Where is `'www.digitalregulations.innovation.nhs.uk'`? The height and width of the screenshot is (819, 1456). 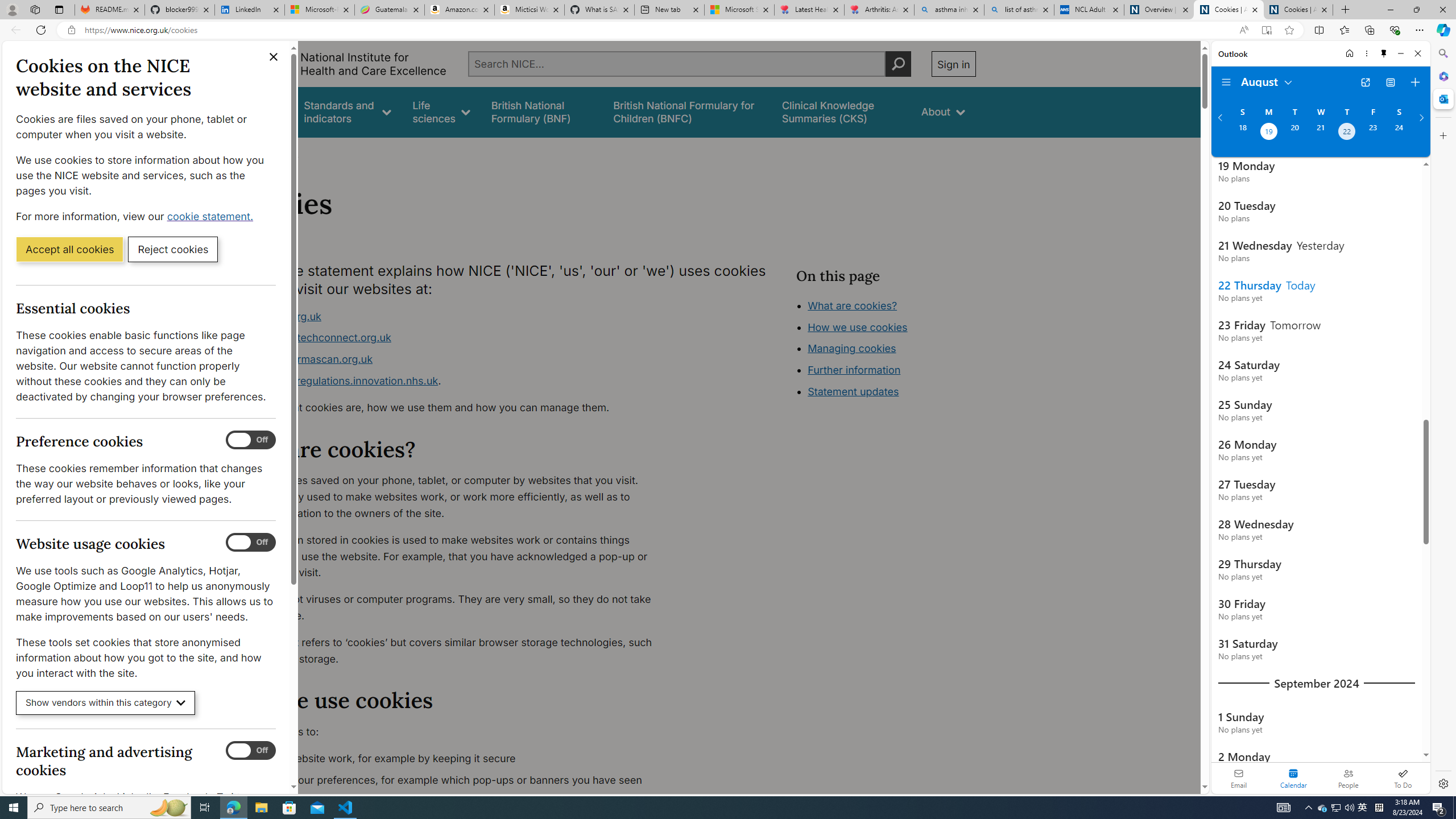 'www.digitalregulations.innovation.nhs.uk' is located at coordinates (338, 379).